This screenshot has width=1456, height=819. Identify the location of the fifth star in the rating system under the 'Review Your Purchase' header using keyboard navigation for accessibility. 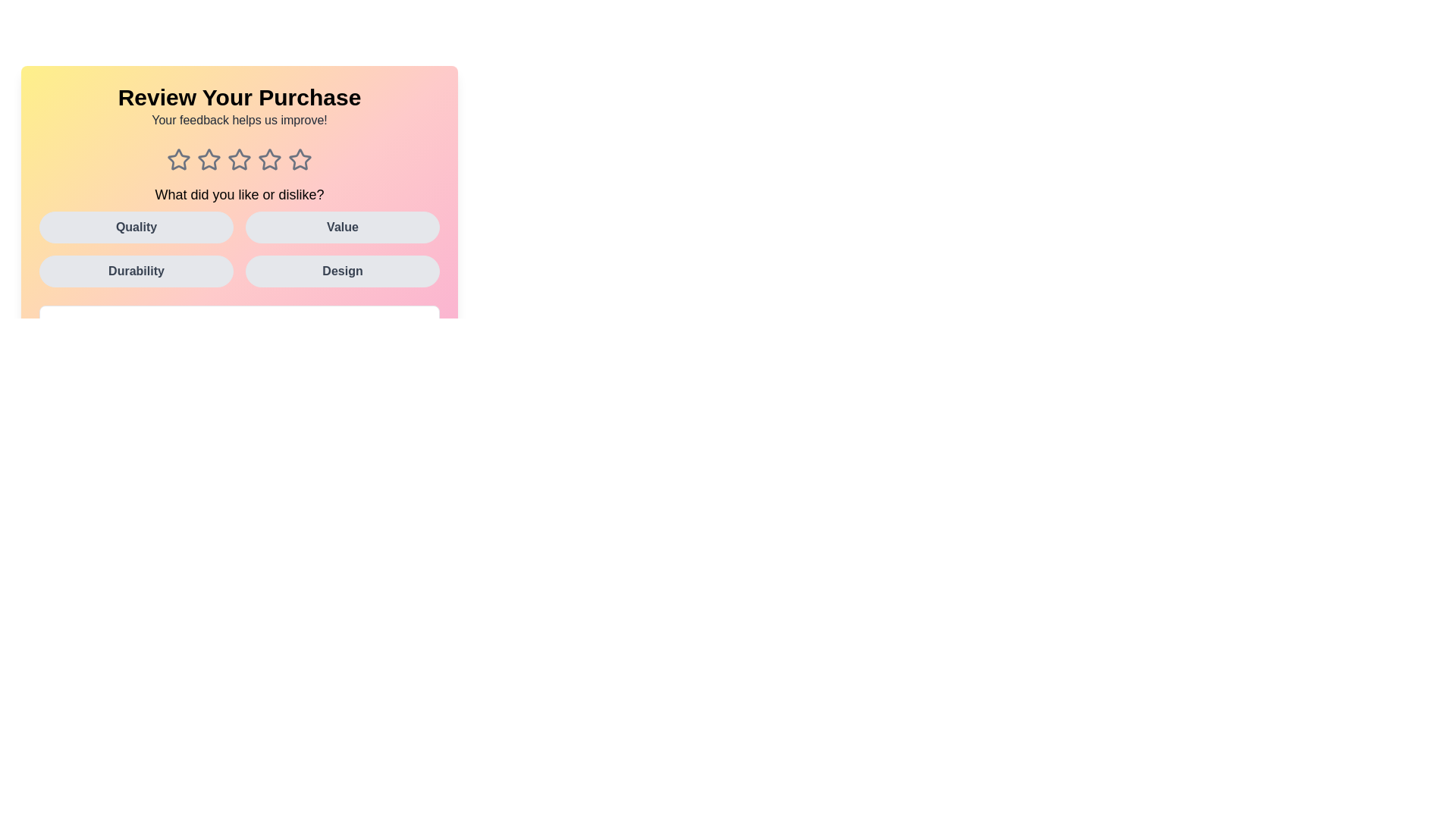
(300, 159).